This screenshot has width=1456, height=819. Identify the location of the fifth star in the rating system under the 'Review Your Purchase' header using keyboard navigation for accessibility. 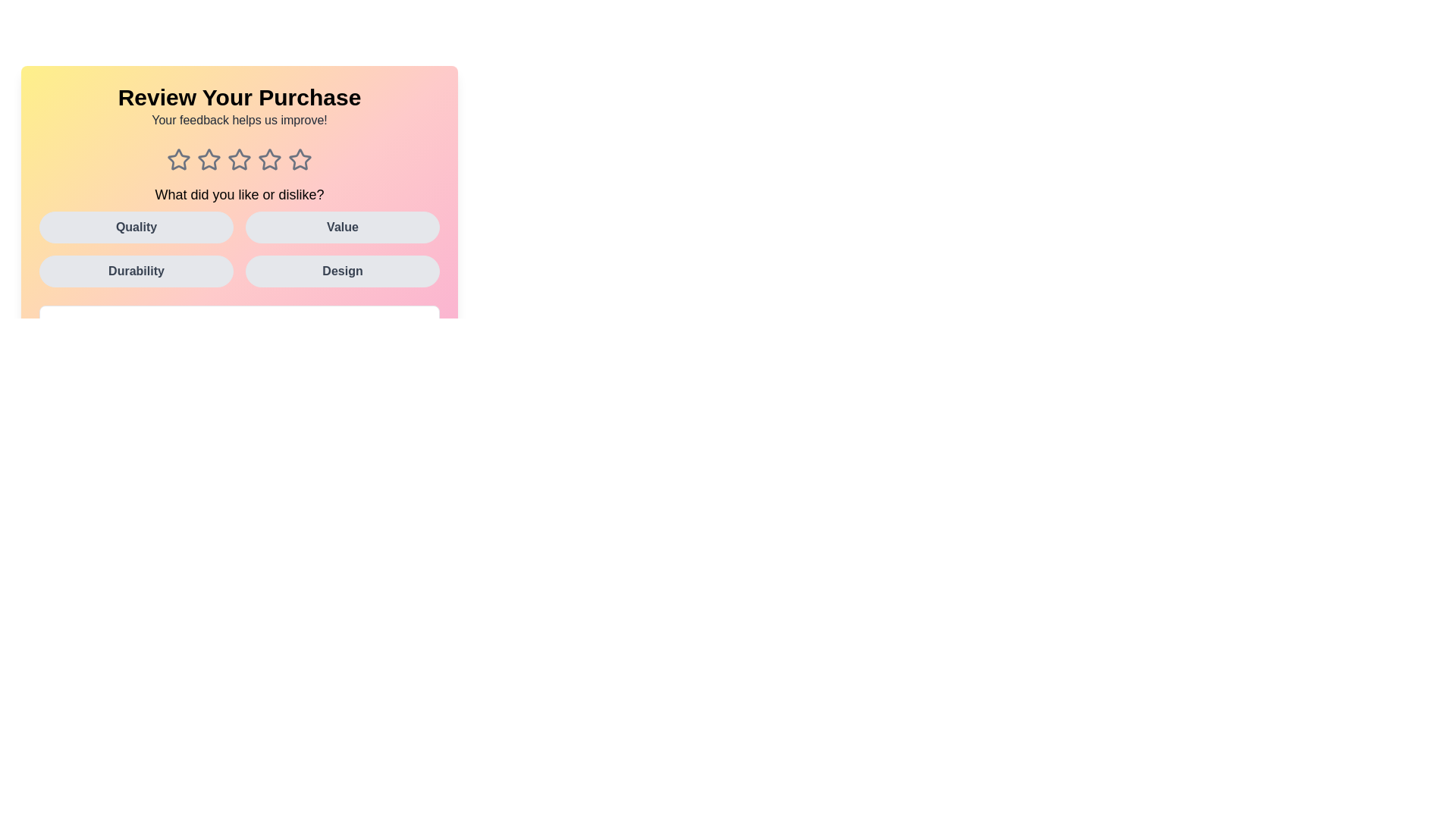
(300, 159).